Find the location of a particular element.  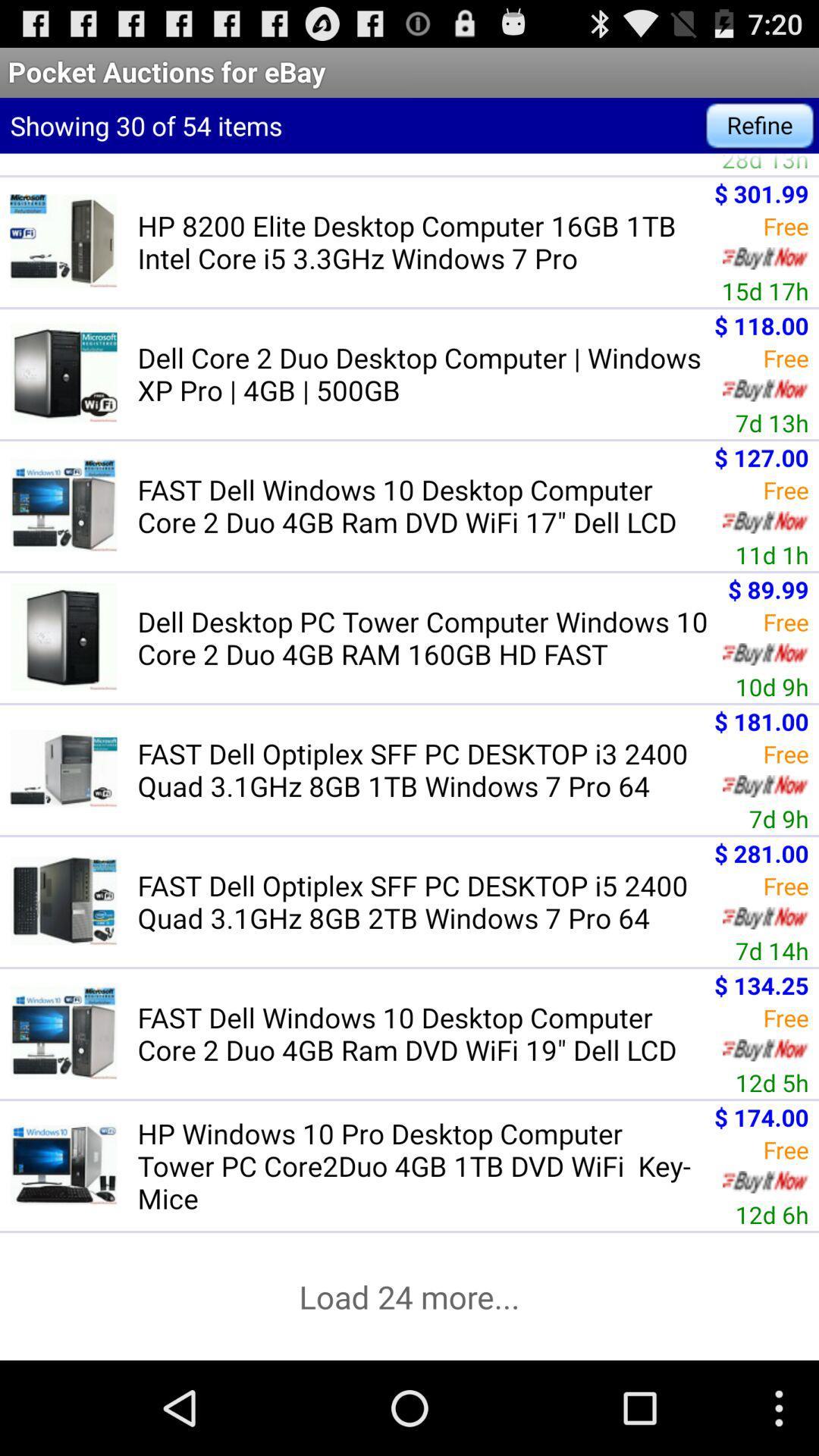

the icon below 7d 14h is located at coordinates (761, 985).